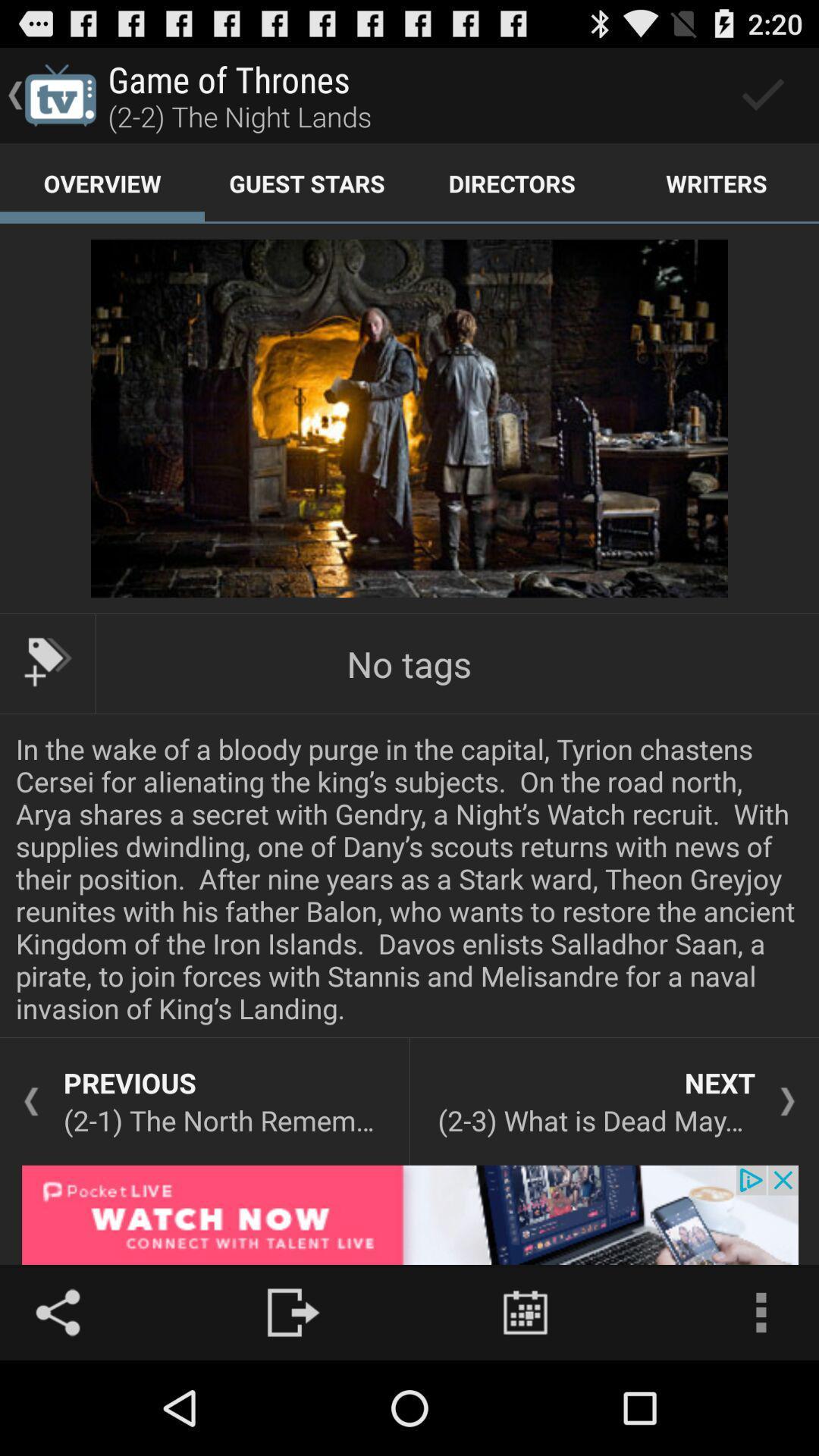 The height and width of the screenshot is (1456, 819). I want to click on open advertisement, so click(409, 1215).